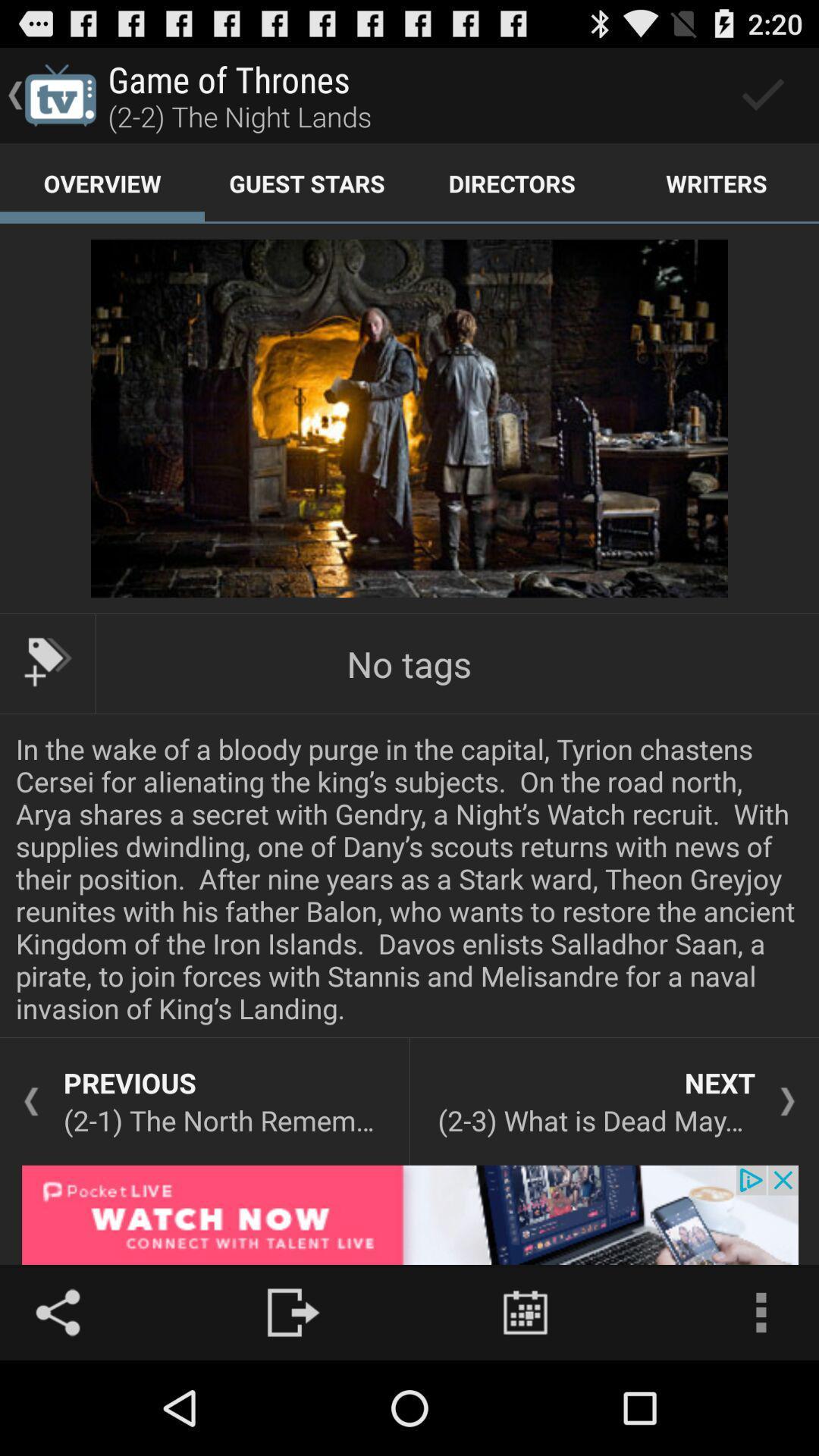 The height and width of the screenshot is (1456, 819). I want to click on open advertisement, so click(409, 1215).